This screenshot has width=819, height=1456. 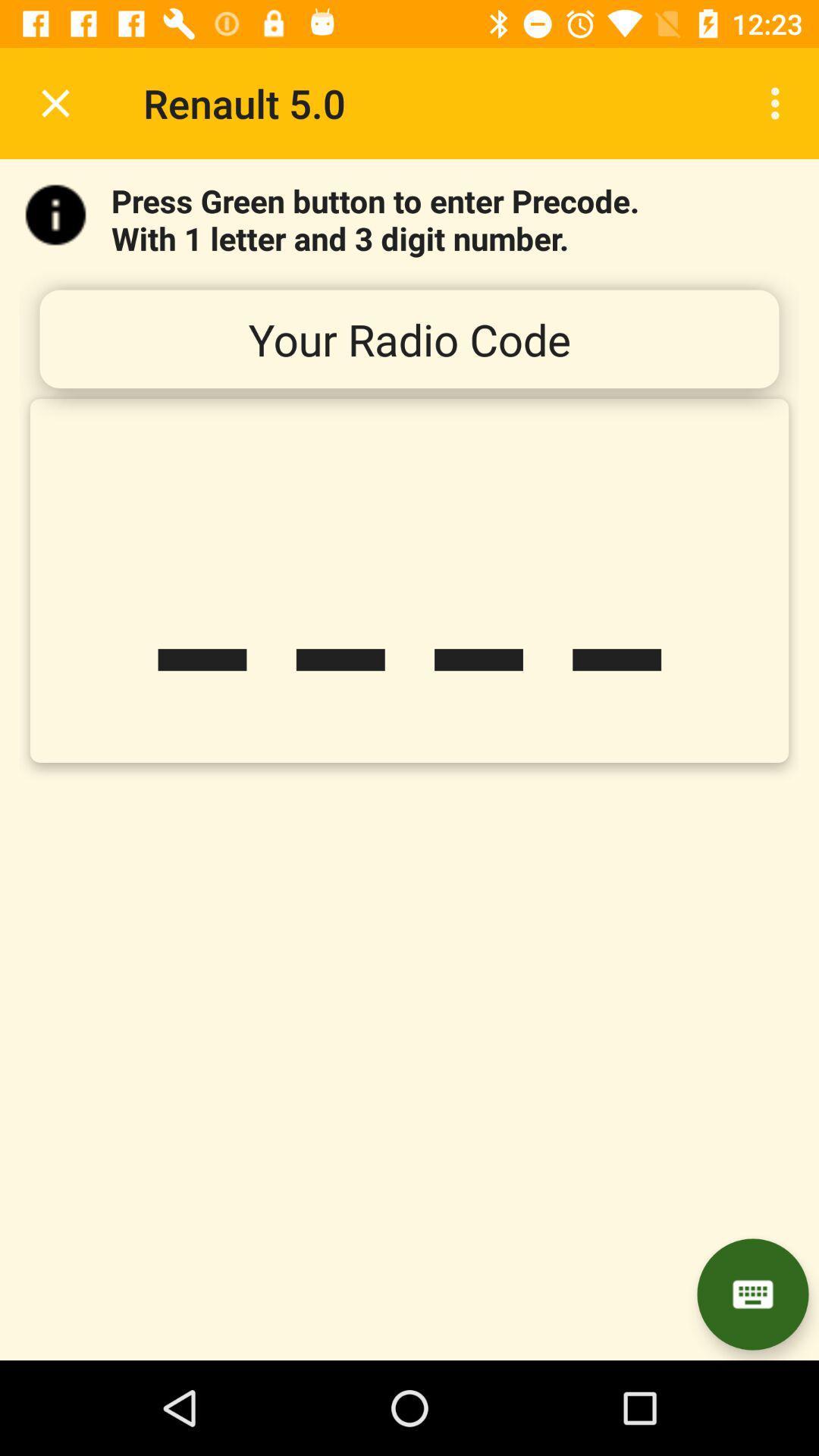 What do you see at coordinates (752, 1294) in the screenshot?
I see `open keyboard` at bounding box center [752, 1294].